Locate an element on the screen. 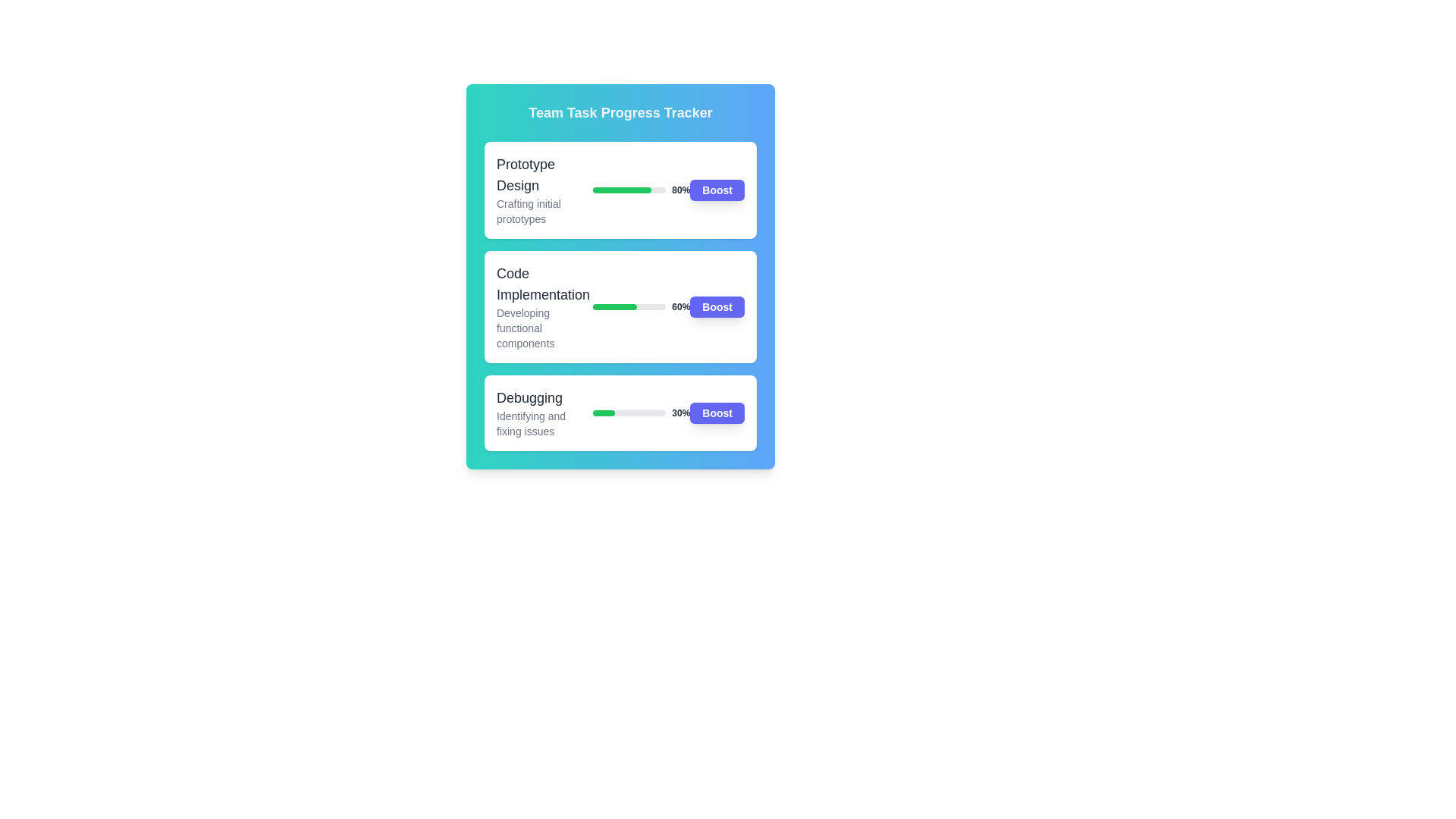 Image resolution: width=1456 pixels, height=819 pixels. the filled and unfilled sections of the progress bar component located in the middle section of the 'Prototype Design' card, just below the title and description is located at coordinates (642, 189).